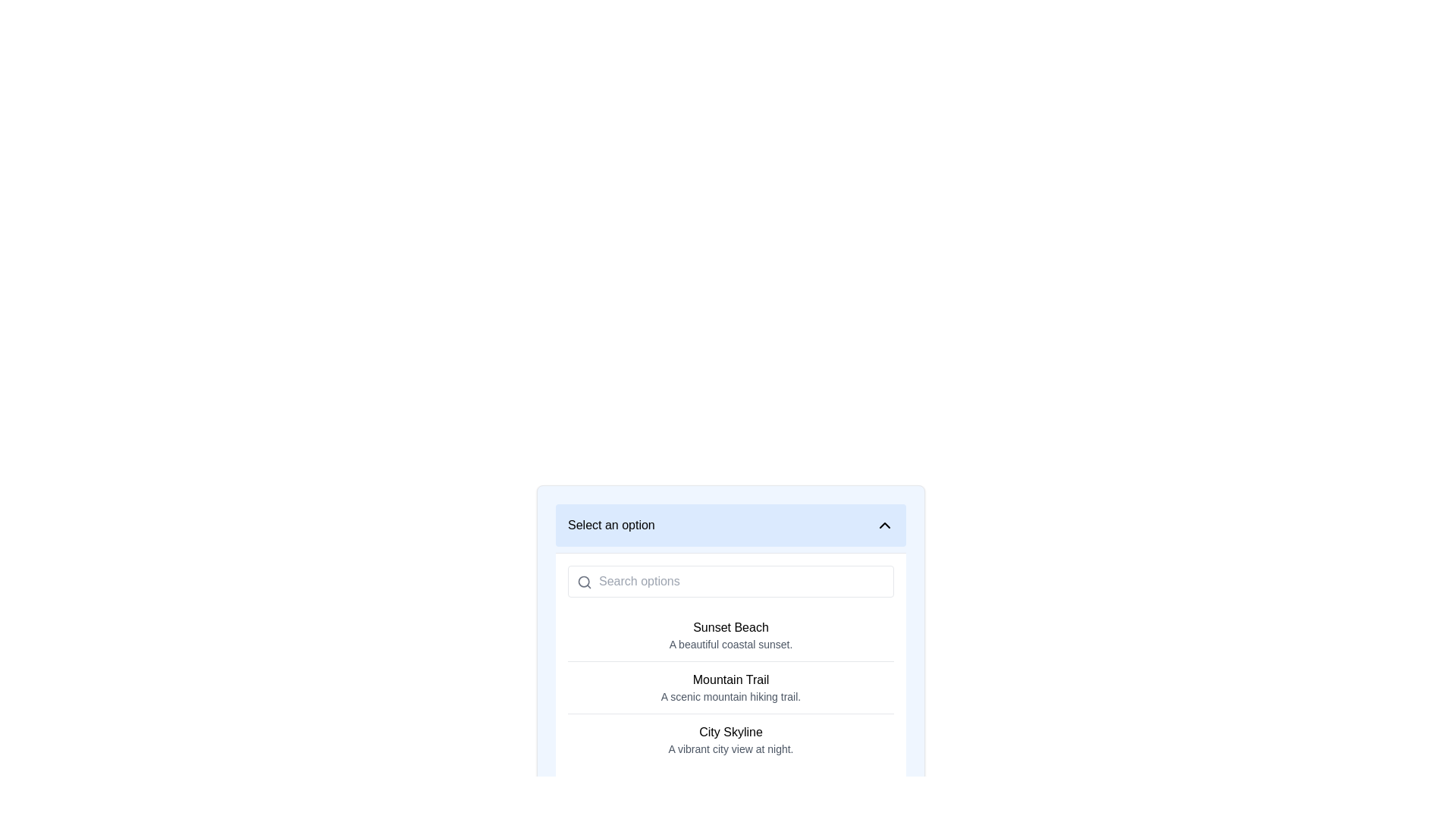  Describe the element at coordinates (731, 748) in the screenshot. I see `the Text Label that reads 'A vibrant city view at night', which is styled in gray and located directly below the title 'City Skyline'` at that location.